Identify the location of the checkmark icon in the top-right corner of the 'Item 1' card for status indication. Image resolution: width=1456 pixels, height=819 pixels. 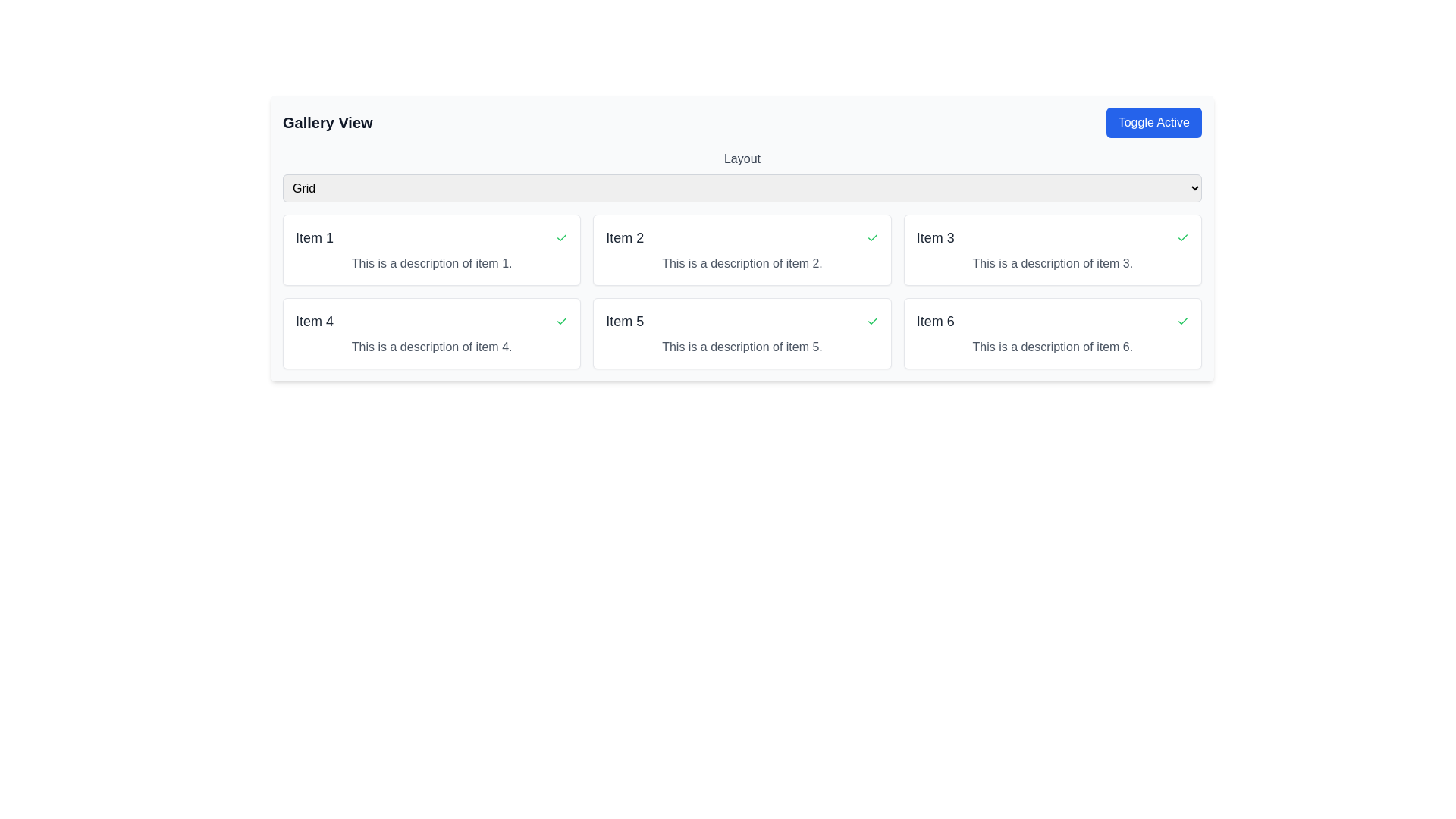
(561, 237).